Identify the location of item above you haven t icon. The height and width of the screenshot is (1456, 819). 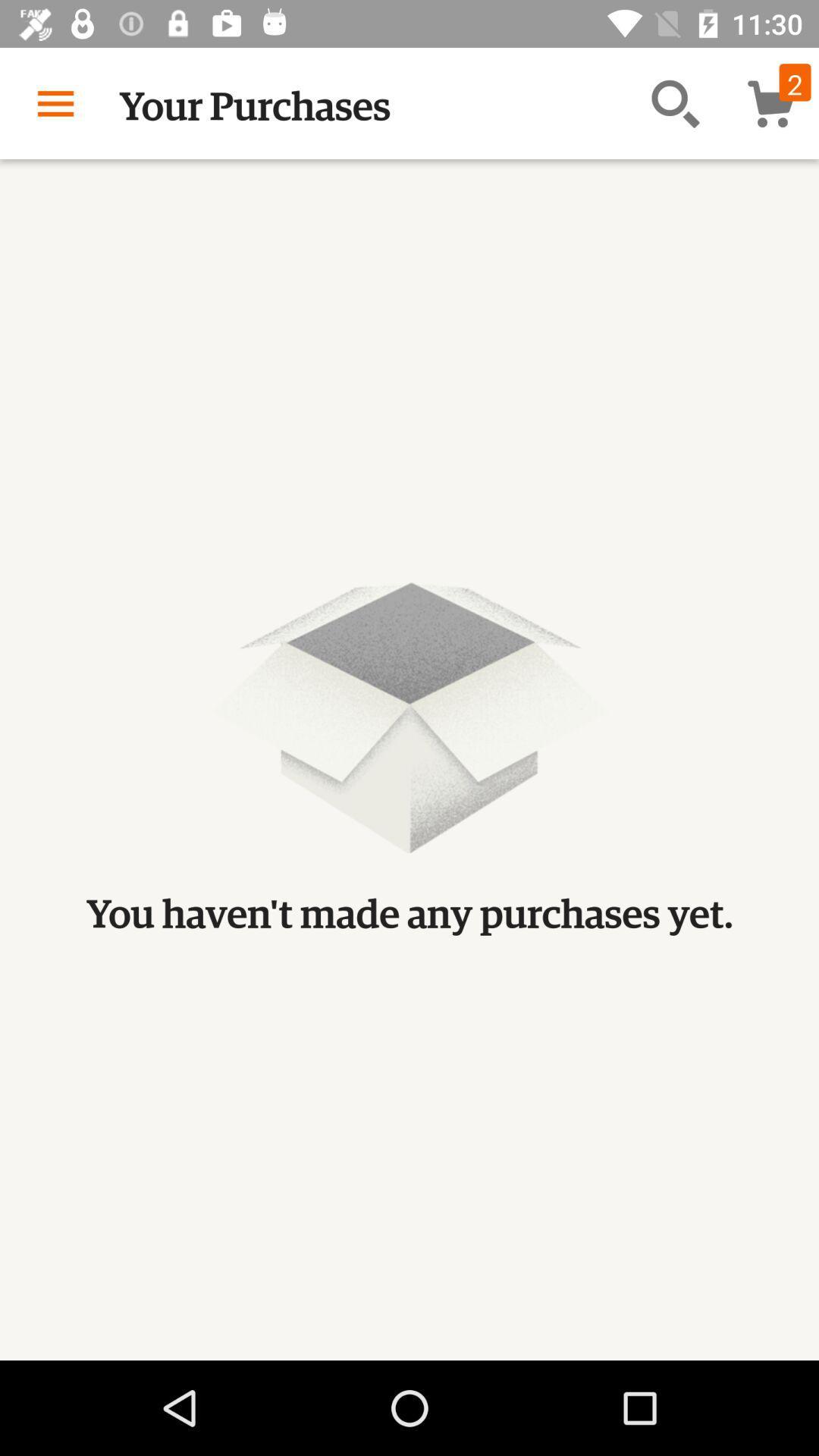
(55, 102).